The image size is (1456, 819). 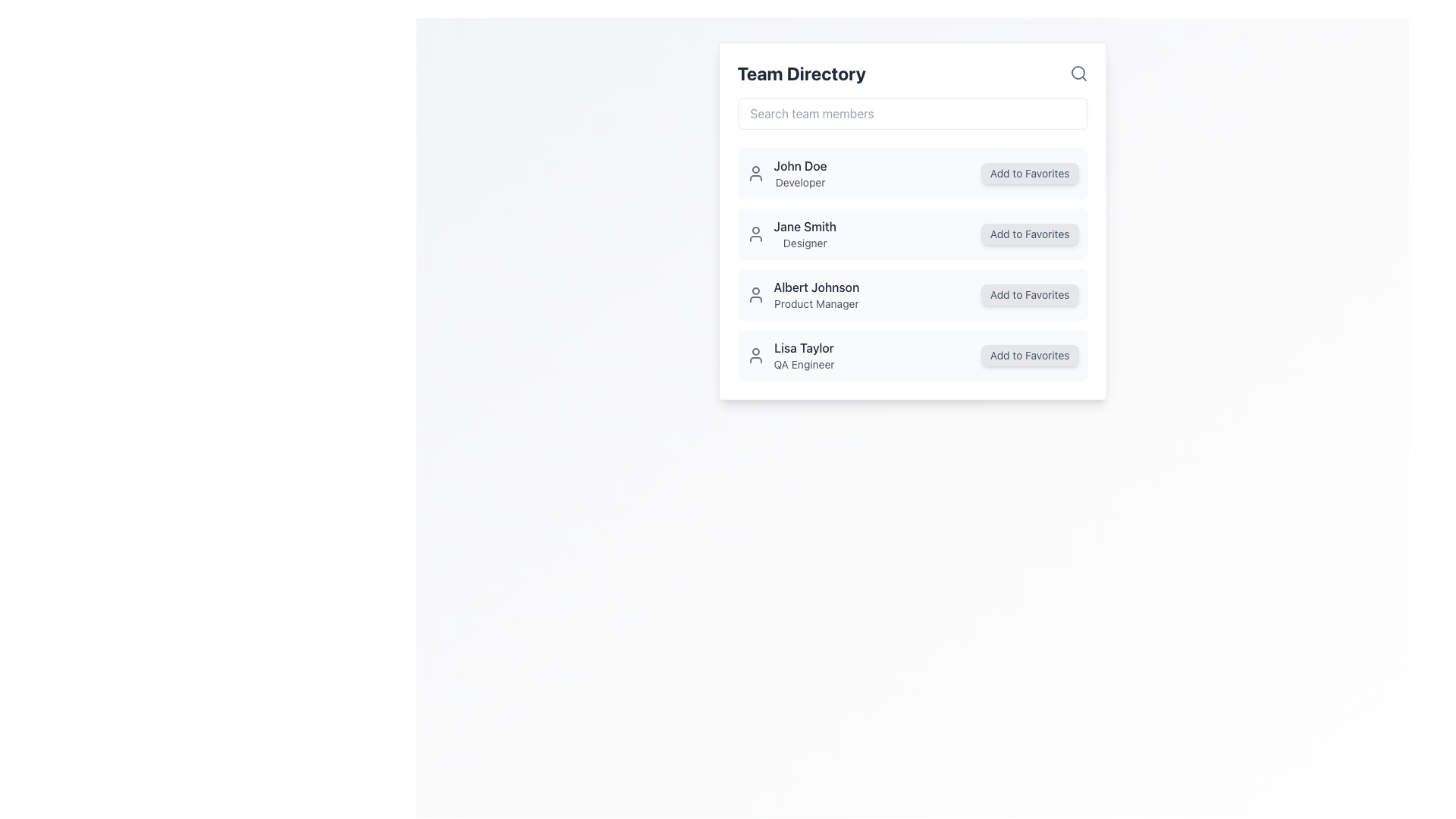 I want to click on the 'Add to Favorites' button associated with user 'Albert Johnson' located in the third row of the list, positioned to the right of 'Albert Johnson Product Manager', so click(x=1030, y=295).